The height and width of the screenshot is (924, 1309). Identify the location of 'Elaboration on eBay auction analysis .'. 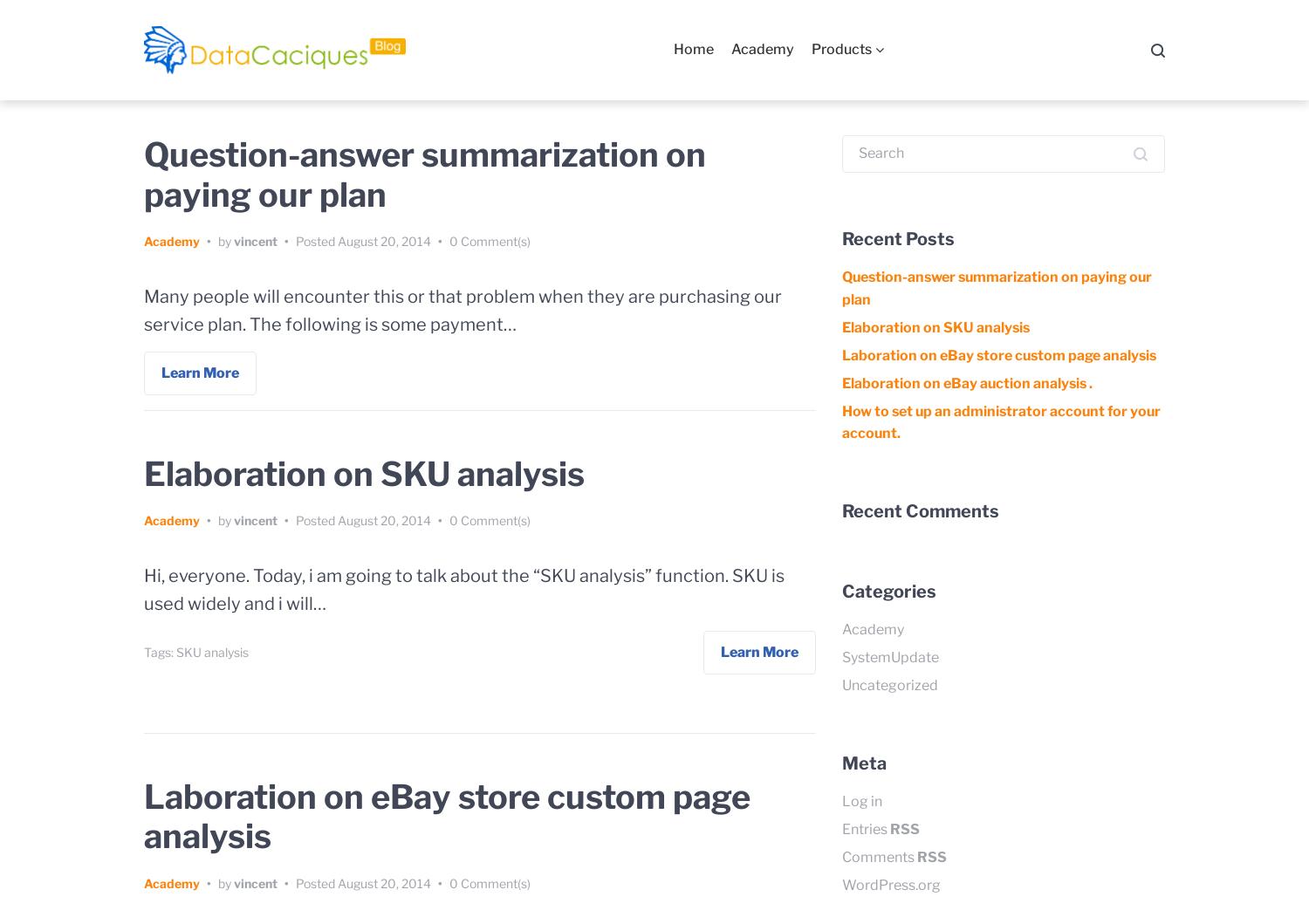
(966, 382).